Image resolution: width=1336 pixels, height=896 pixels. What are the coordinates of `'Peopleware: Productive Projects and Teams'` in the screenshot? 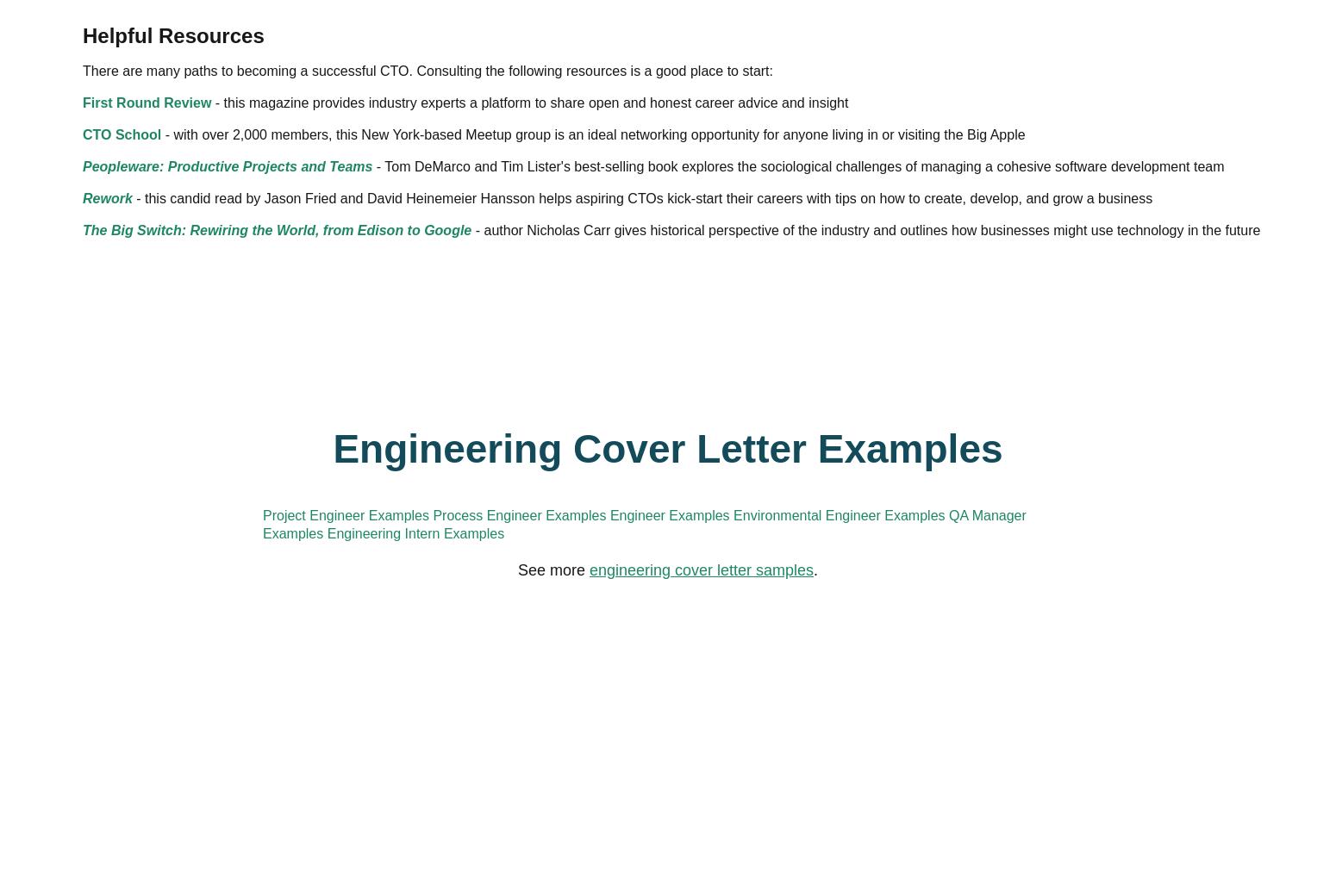 It's located at (528, 568).